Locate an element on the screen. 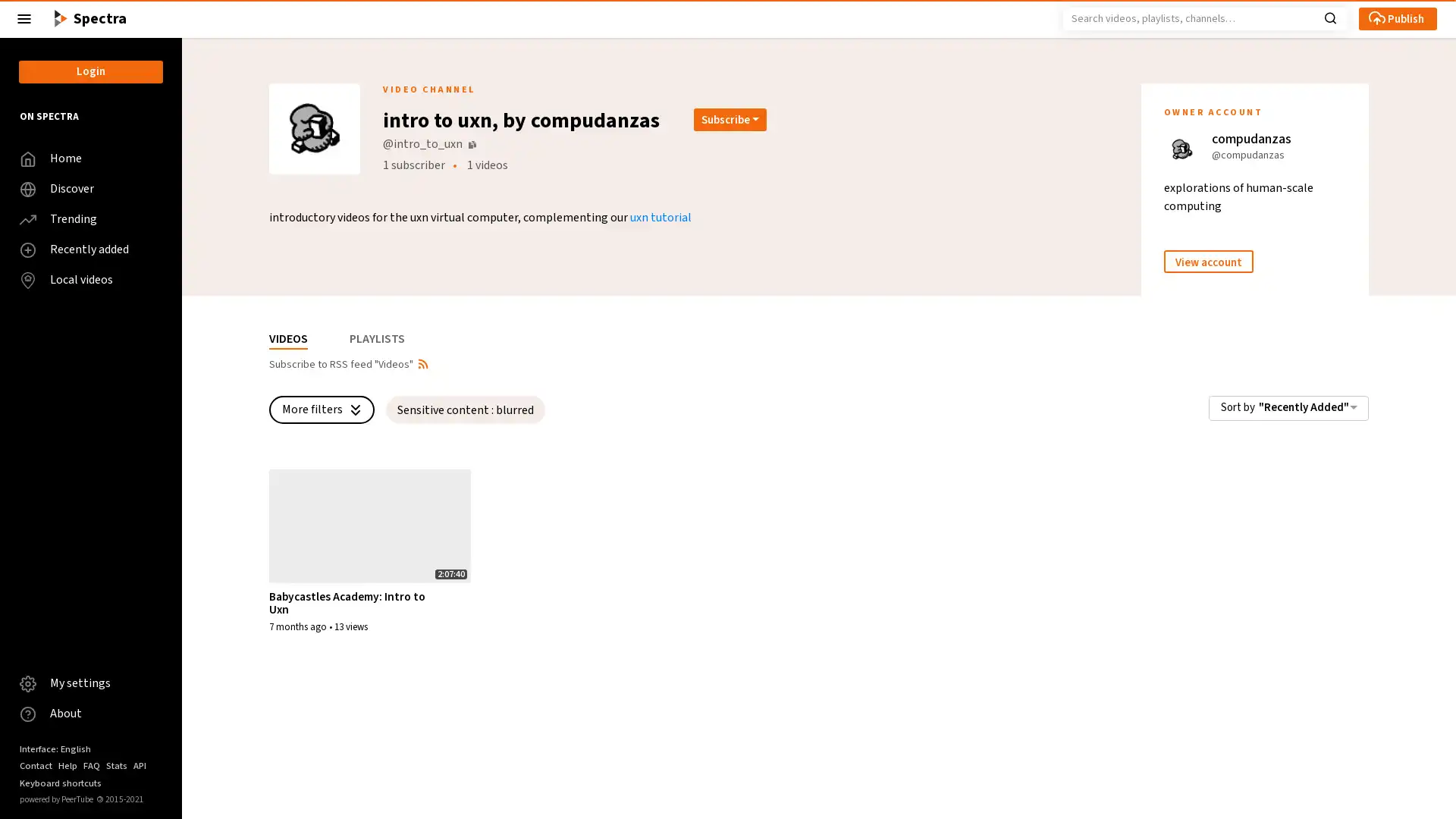  Search is located at coordinates (1329, 17).